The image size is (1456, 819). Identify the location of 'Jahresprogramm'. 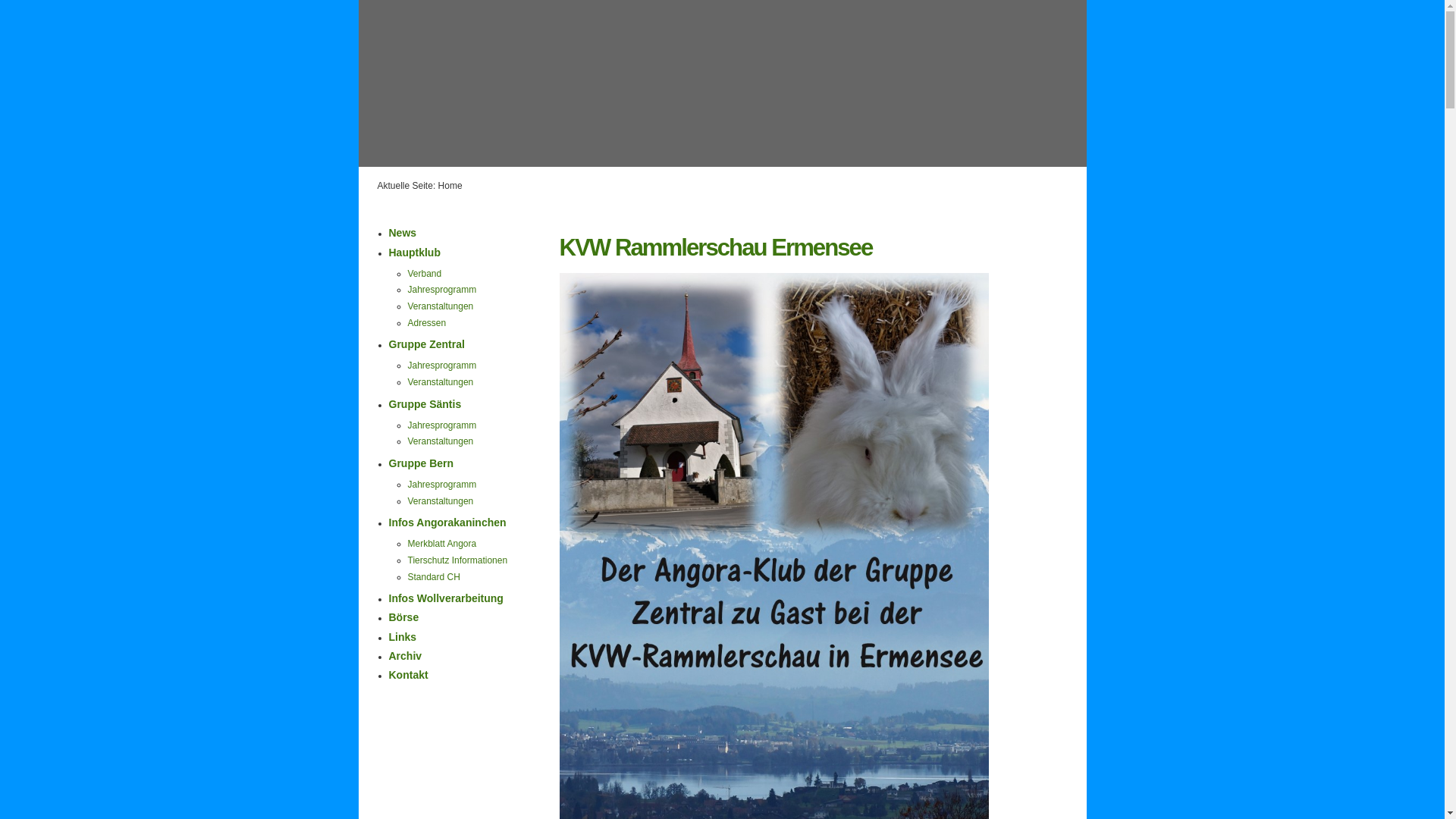
(407, 425).